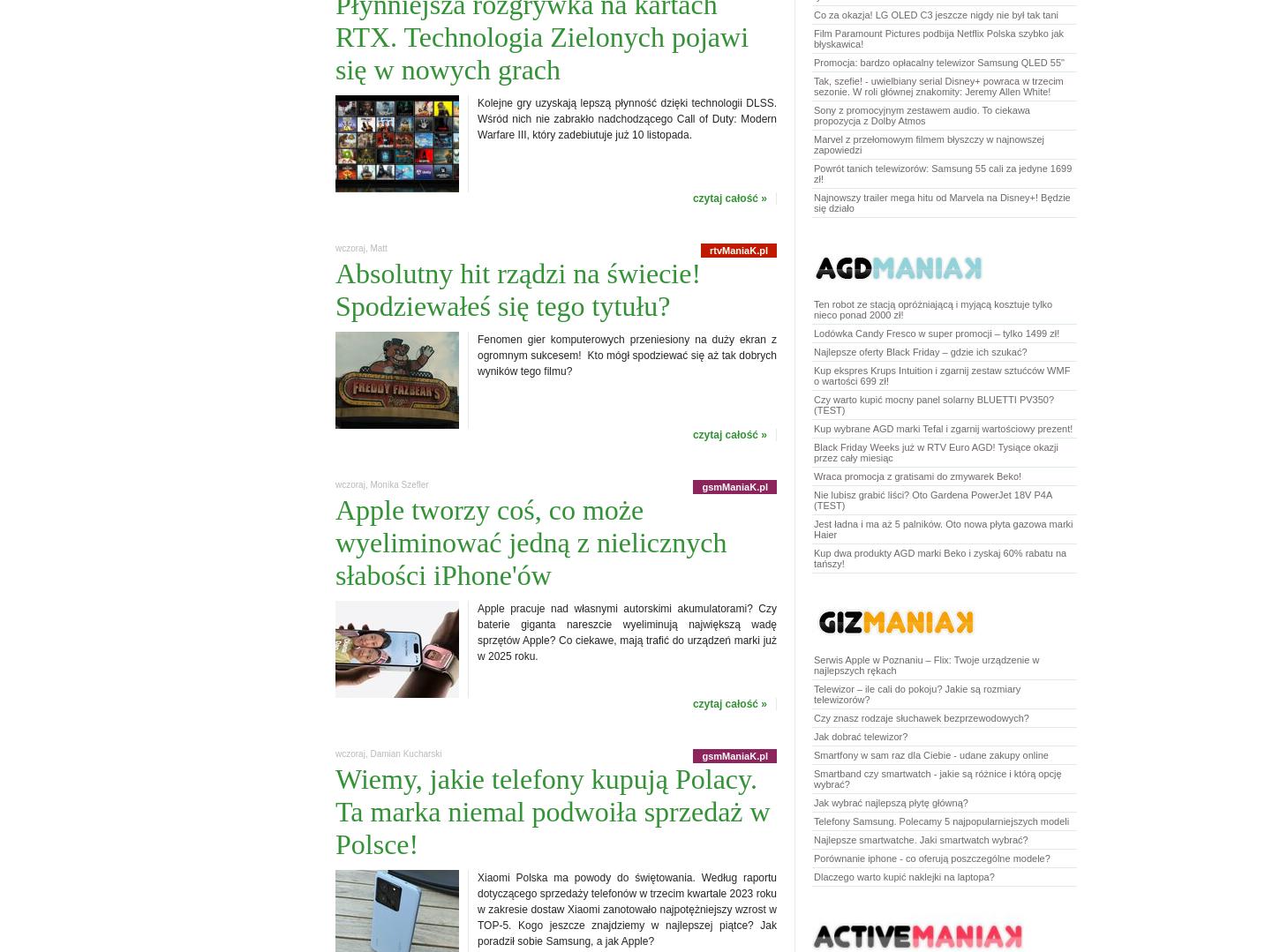 Image resolution: width=1280 pixels, height=952 pixels. Describe the element at coordinates (813, 332) in the screenshot. I see `'Lodówka Candy Fresco w super promocji – tylko 1499 zł!'` at that location.